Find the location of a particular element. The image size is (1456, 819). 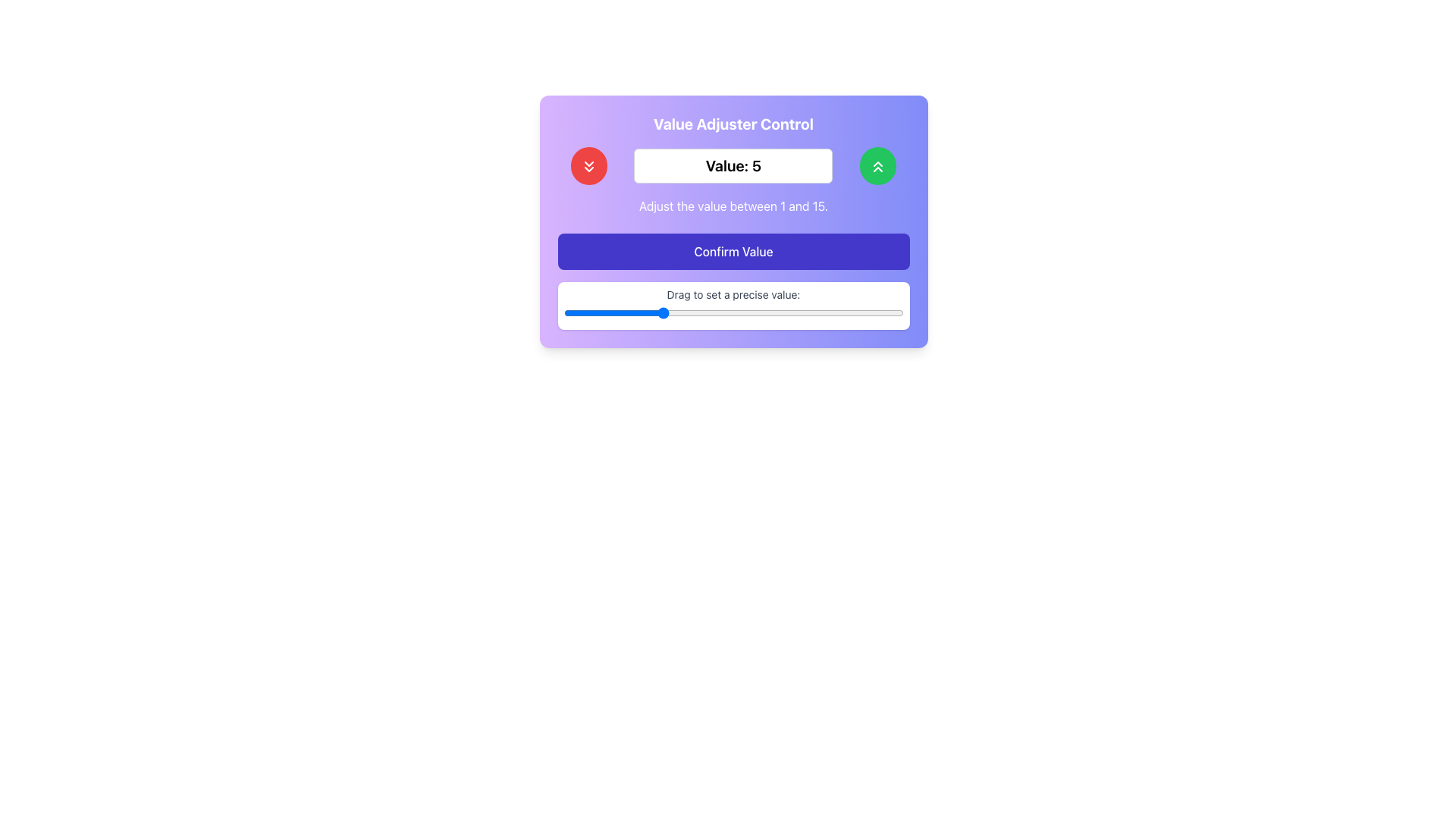

the circular red button with white, downward-pointing double chevrons is located at coordinates (588, 165).